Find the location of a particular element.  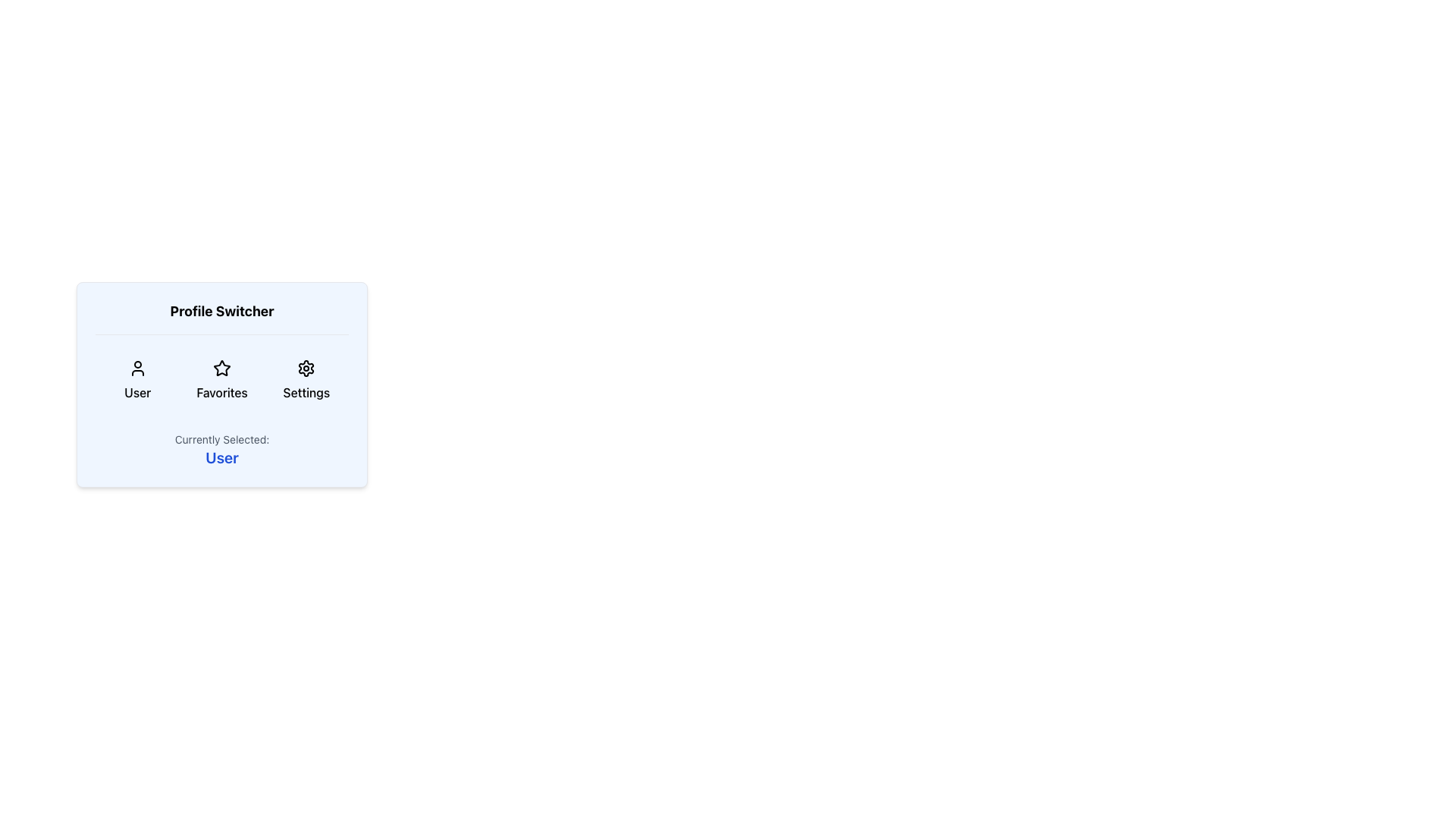

the user profile icon located on the left side of the horizontal list of icons within the 'Profile Switcher' interface is located at coordinates (137, 369).